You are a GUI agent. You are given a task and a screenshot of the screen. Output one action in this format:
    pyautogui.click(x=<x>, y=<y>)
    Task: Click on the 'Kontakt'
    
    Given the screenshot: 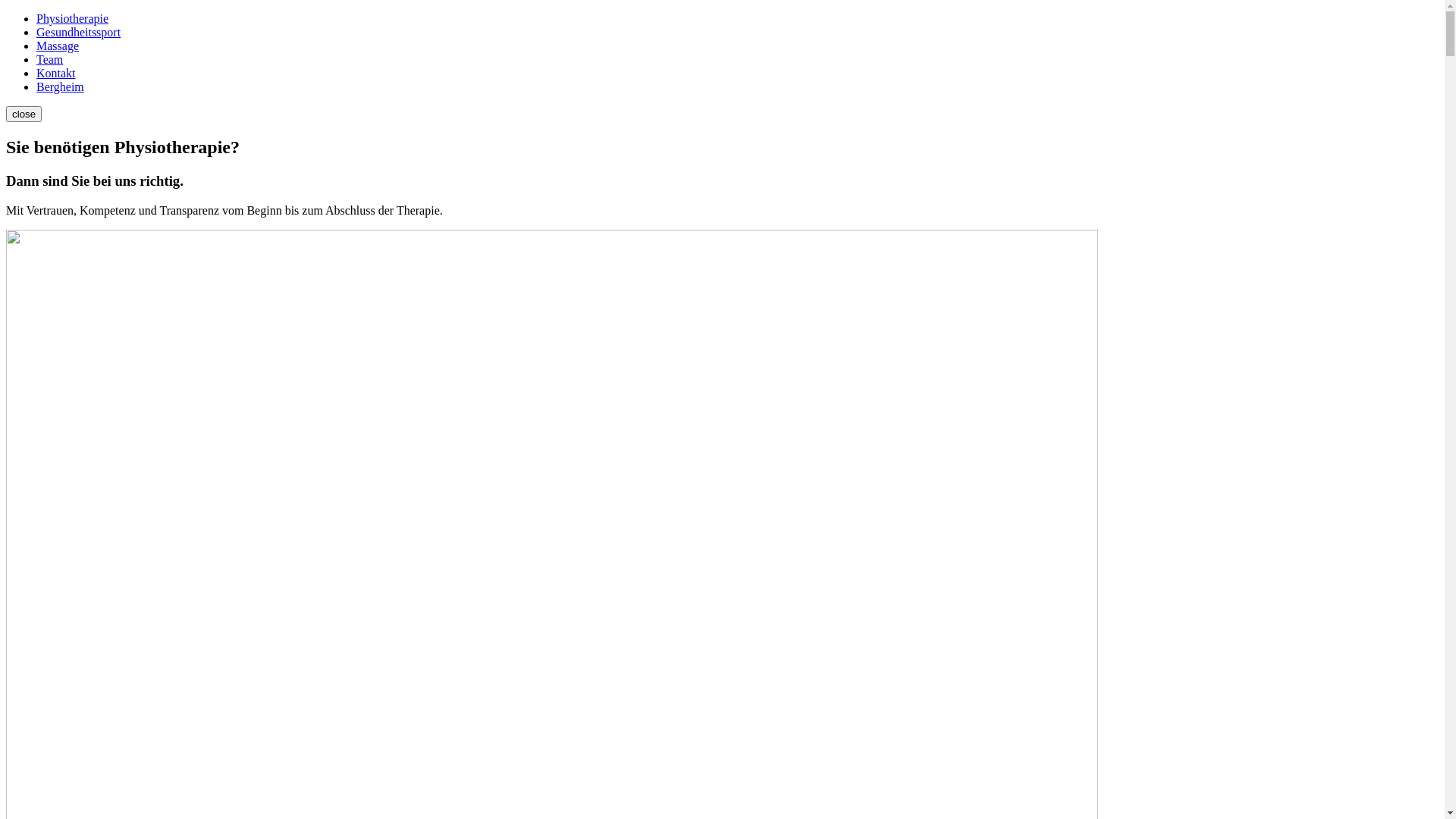 What is the action you would take?
    pyautogui.click(x=36, y=73)
    